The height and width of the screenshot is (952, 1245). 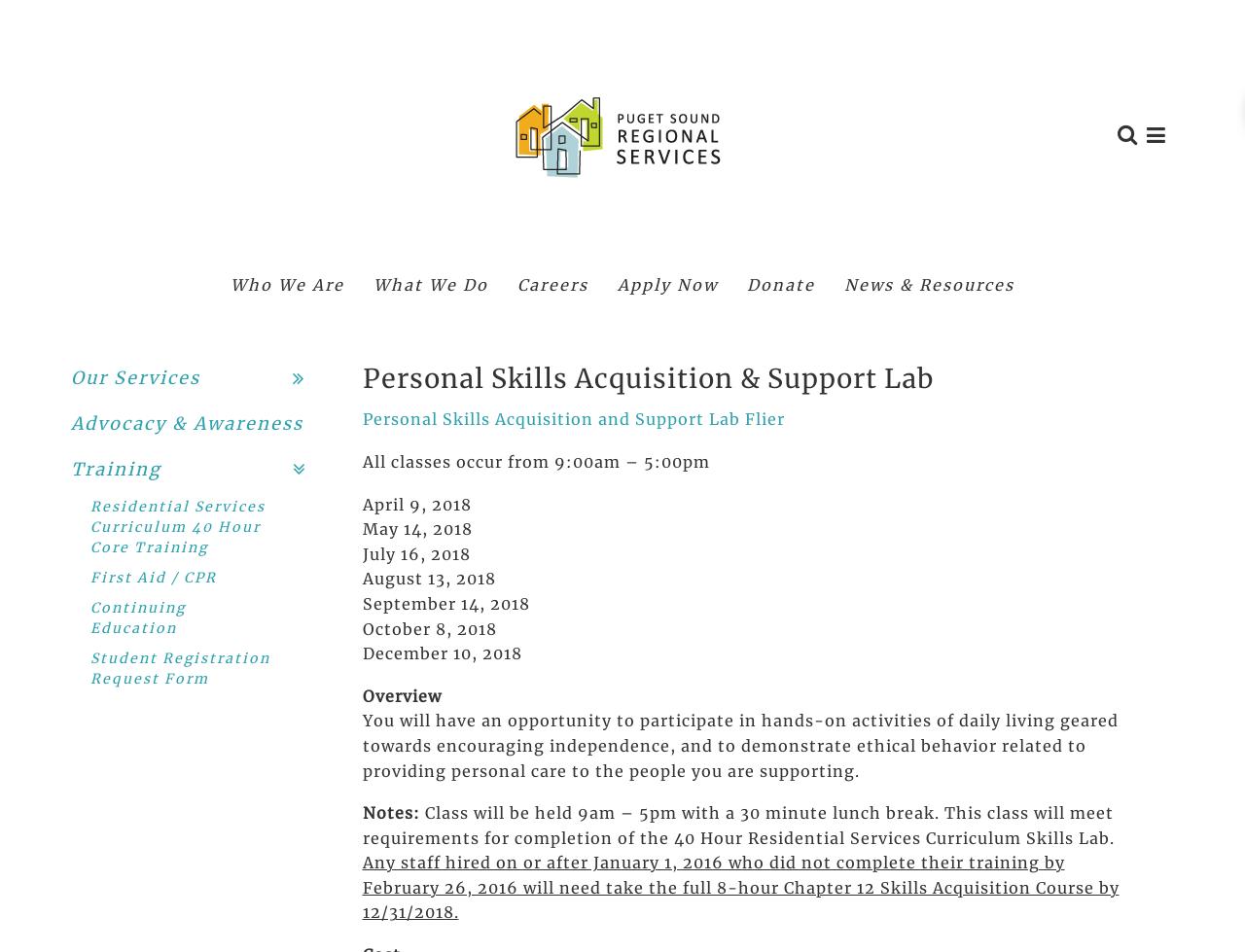 I want to click on 'May 14, 2018', so click(x=415, y=528).